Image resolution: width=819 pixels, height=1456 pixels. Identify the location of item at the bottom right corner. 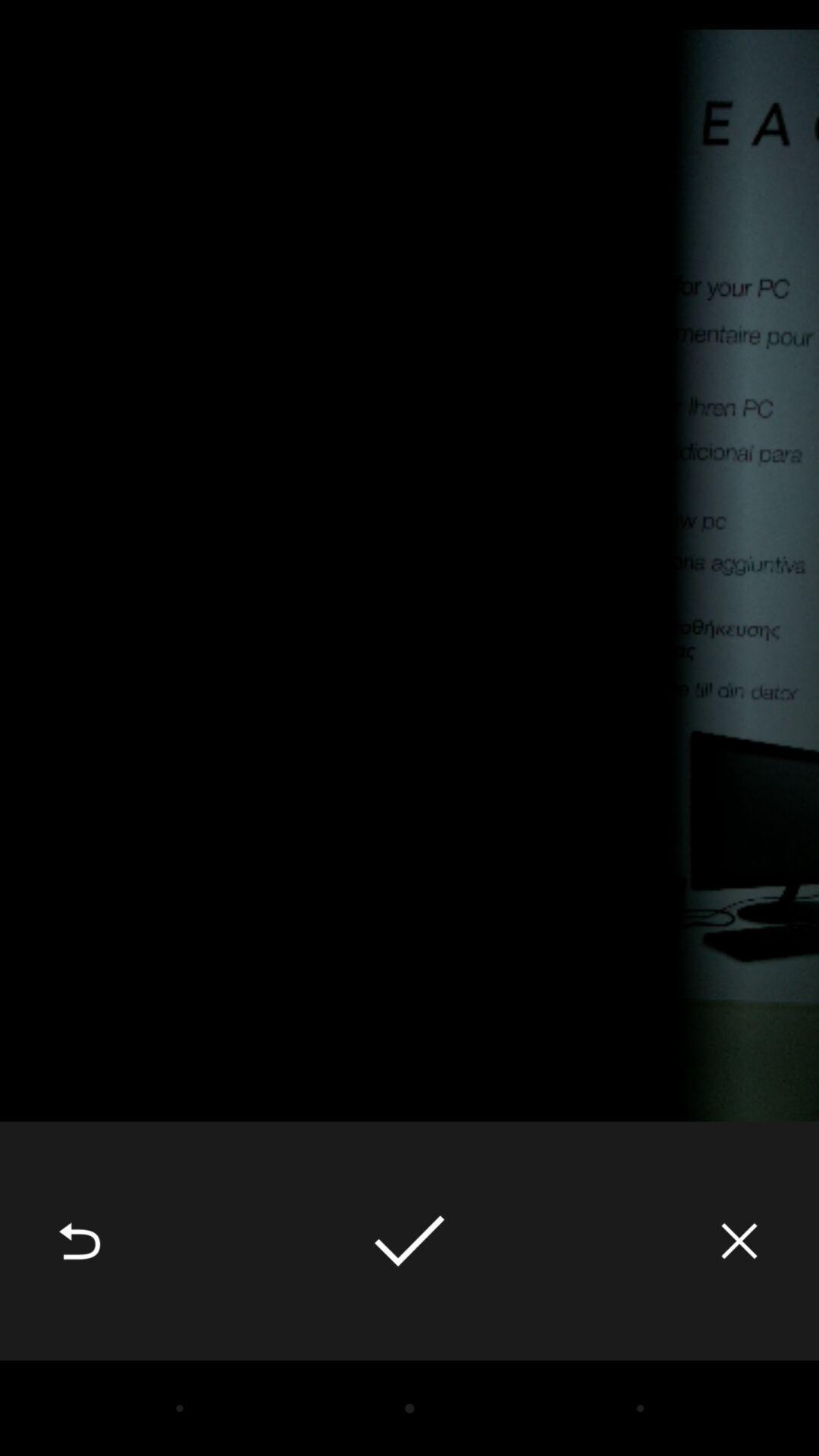
(739, 1241).